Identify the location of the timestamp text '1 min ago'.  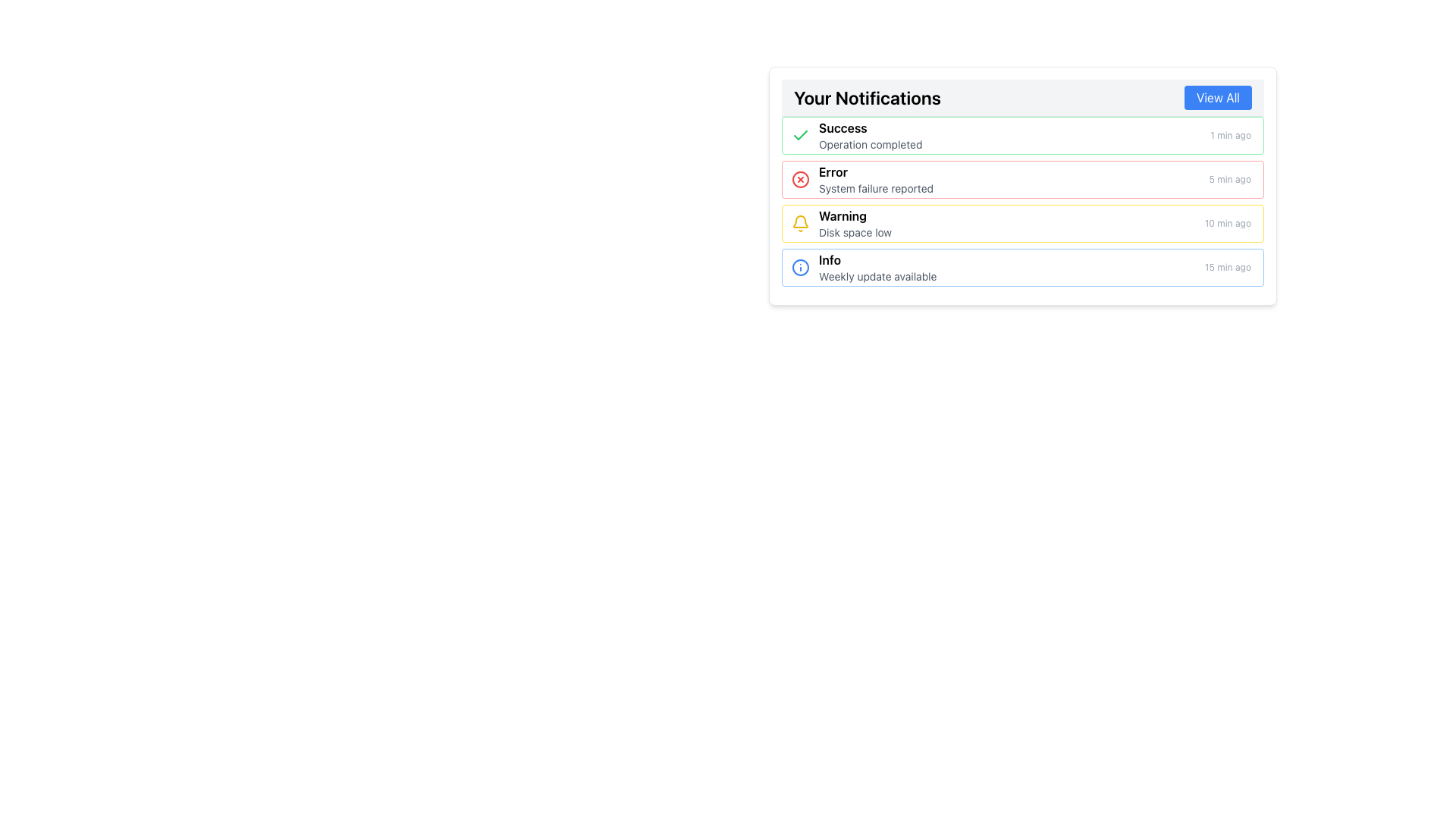
(1231, 134).